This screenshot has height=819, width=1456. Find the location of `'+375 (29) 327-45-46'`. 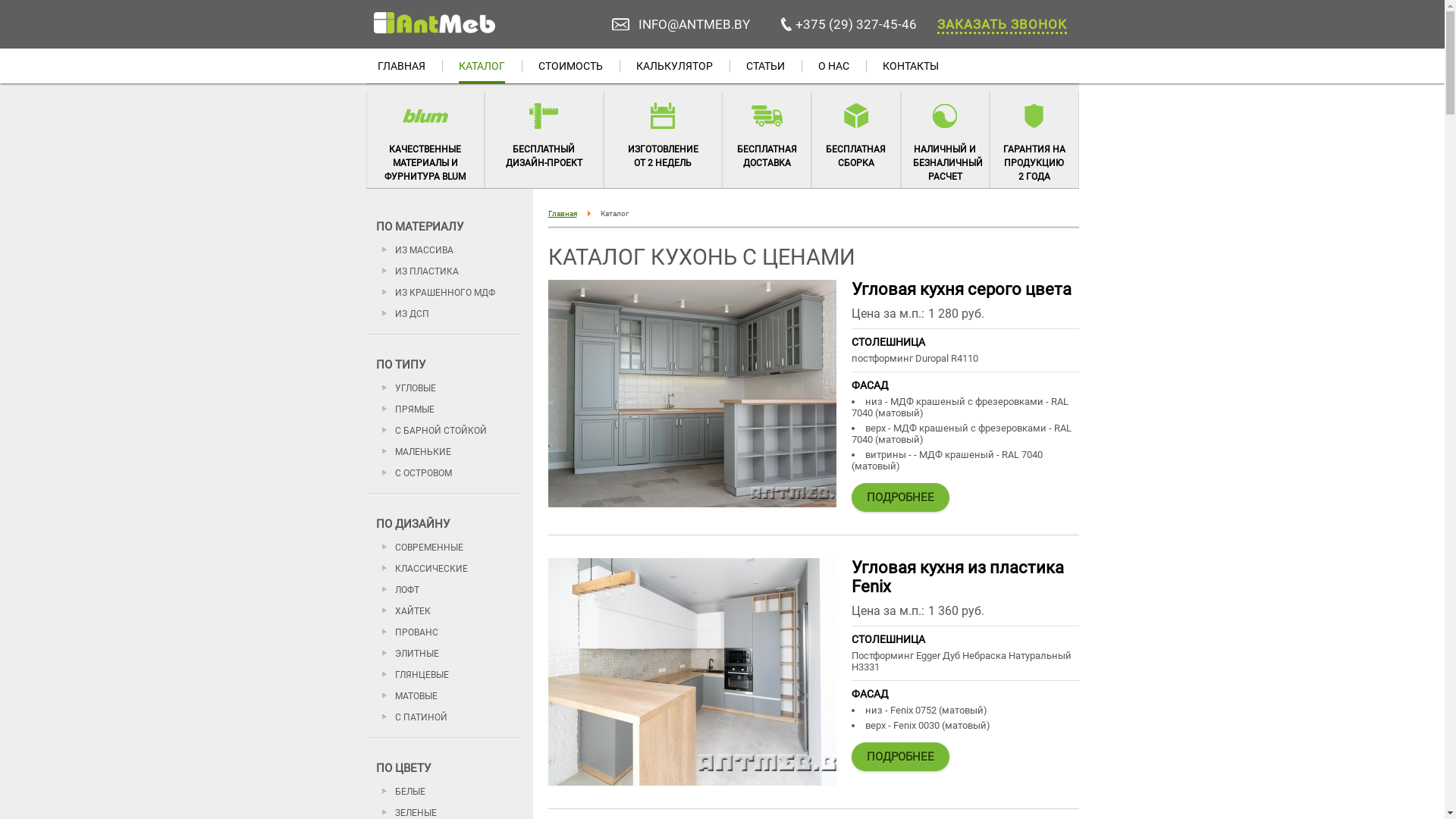

'+375 (29) 327-45-46' is located at coordinates (855, 24).